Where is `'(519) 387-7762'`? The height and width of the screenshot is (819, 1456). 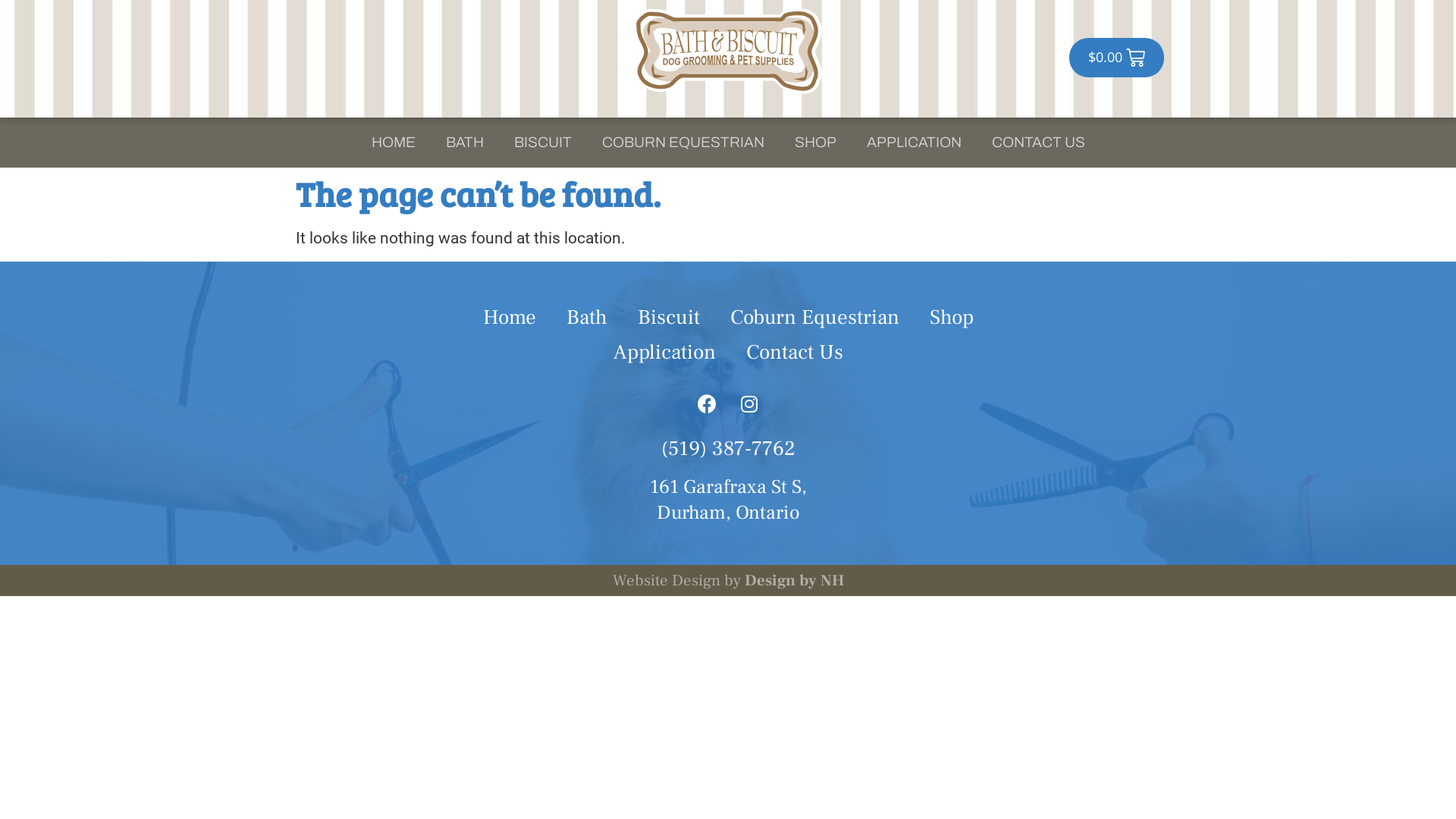 '(519) 387-7762' is located at coordinates (728, 447).